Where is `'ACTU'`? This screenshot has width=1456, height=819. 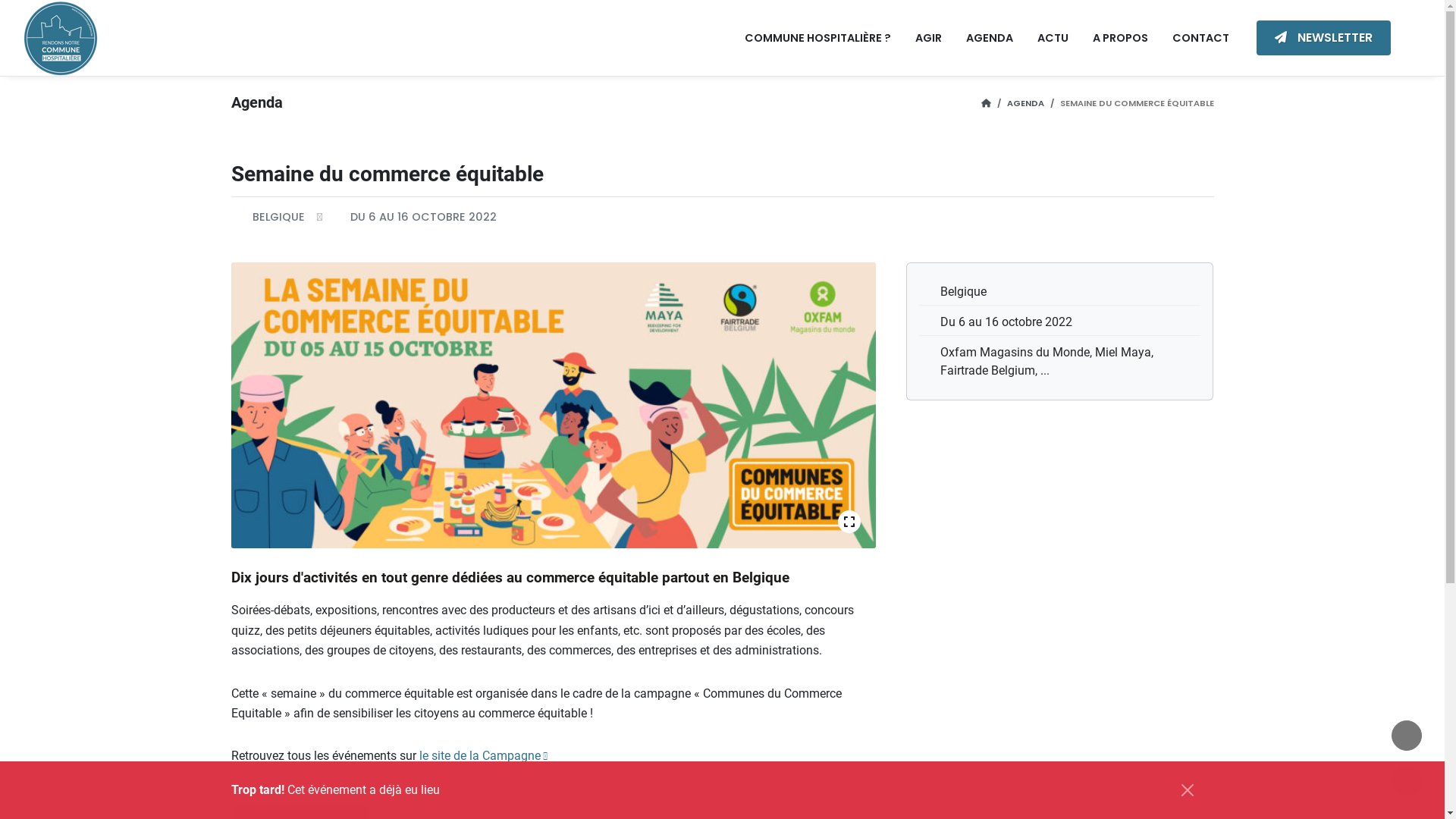 'ACTU' is located at coordinates (1052, 37).